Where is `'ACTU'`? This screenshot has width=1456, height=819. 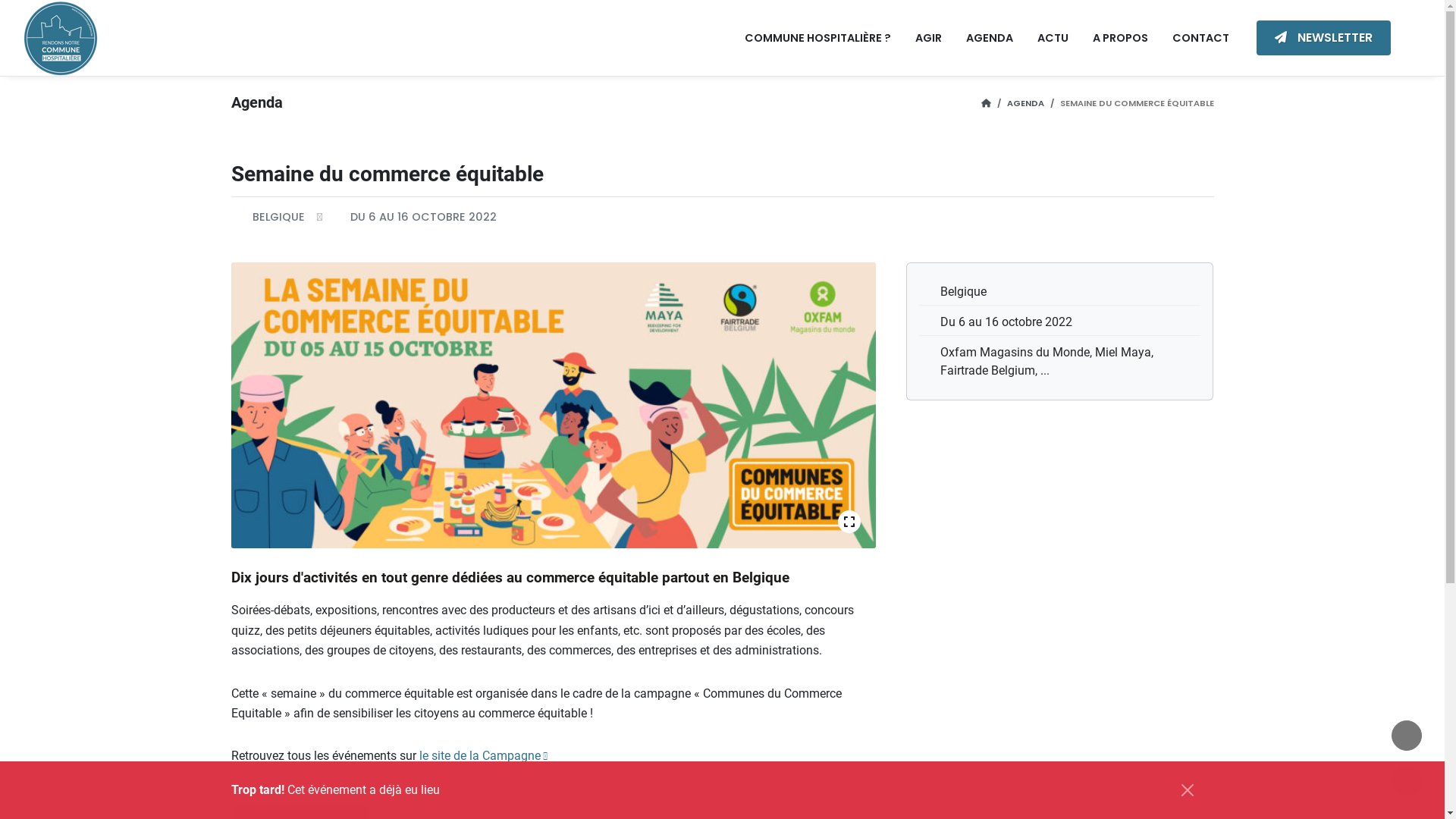 'ACTU' is located at coordinates (1052, 37).